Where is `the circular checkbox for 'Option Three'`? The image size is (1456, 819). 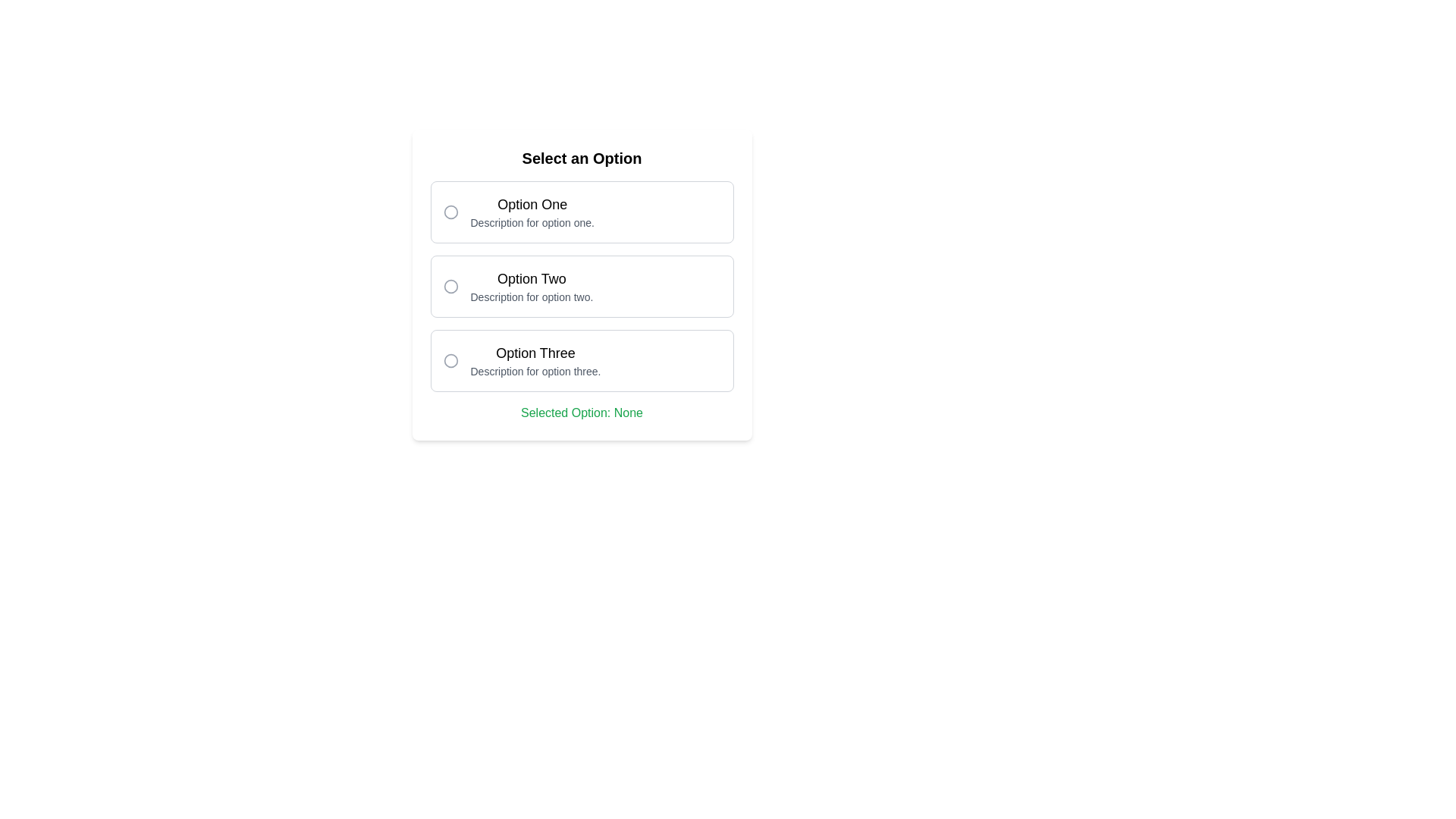
the circular checkbox for 'Option Three' is located at coordinates (450, 360).